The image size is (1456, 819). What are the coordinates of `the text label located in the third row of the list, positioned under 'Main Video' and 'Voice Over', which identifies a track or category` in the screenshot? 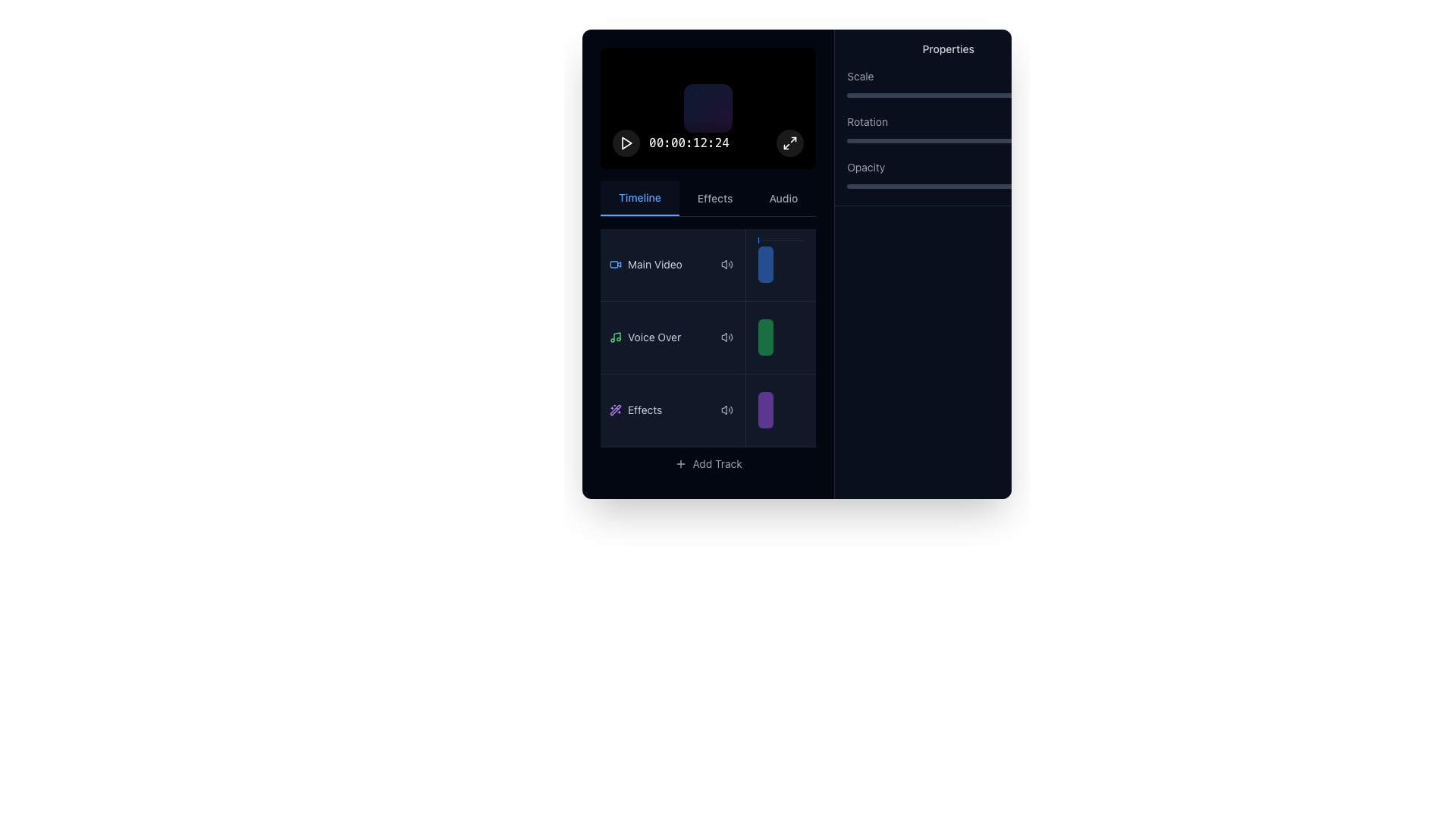 It's located at (645, 410).